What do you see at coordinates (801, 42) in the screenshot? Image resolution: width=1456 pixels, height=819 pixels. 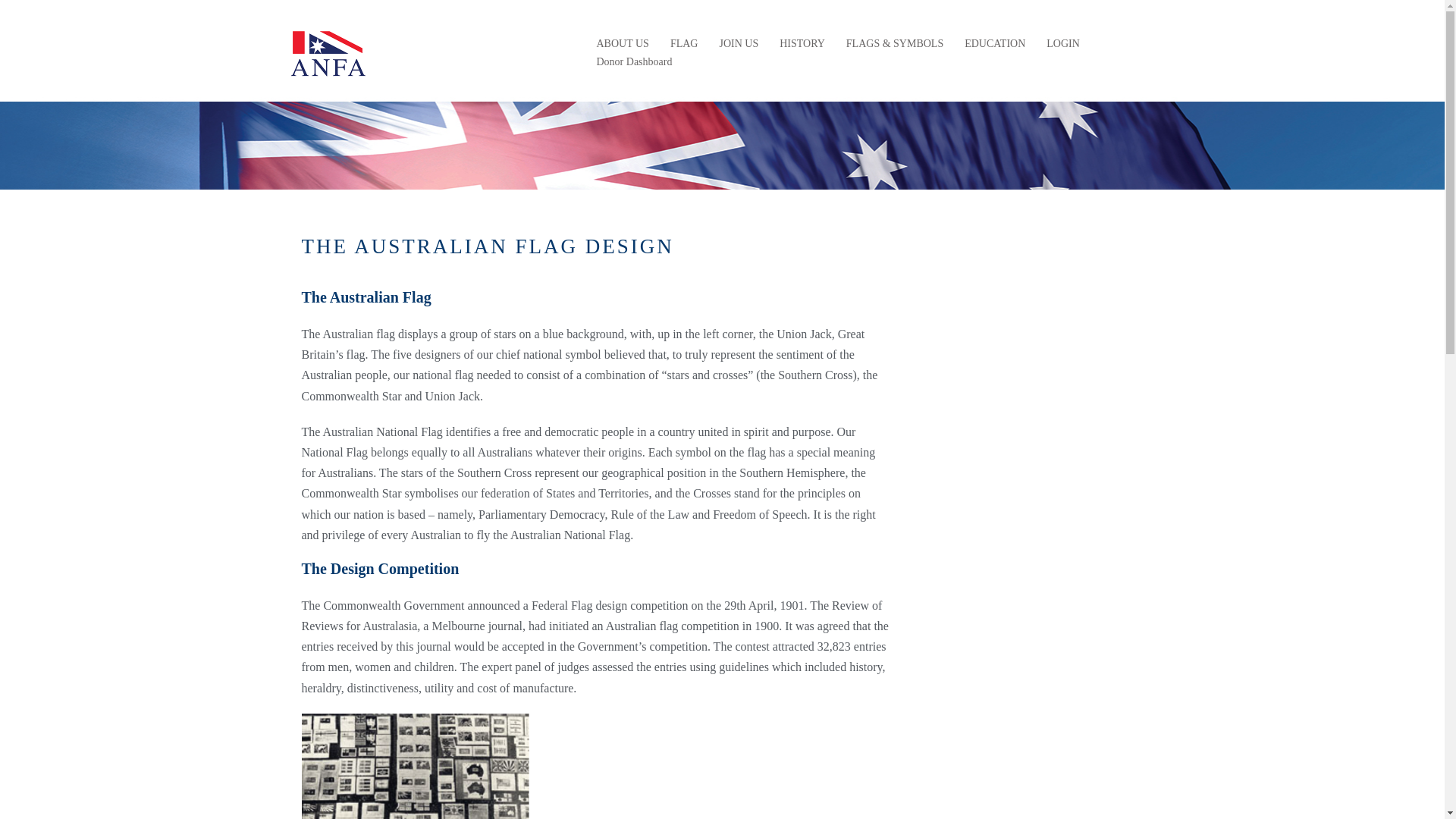 I see `'HISTORY'` at bounding box center [801, 42].